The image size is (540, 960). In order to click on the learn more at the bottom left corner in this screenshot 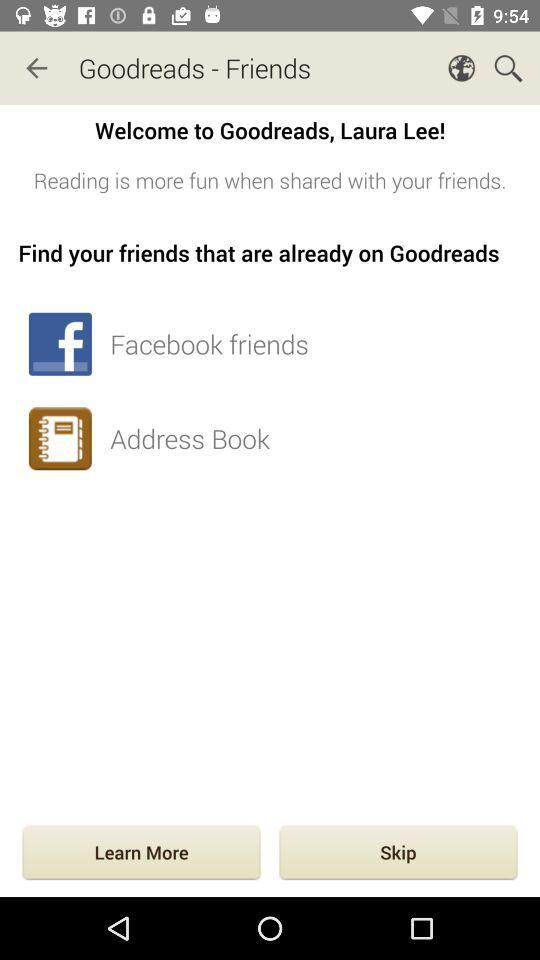, I will do `click(140, 853)`.